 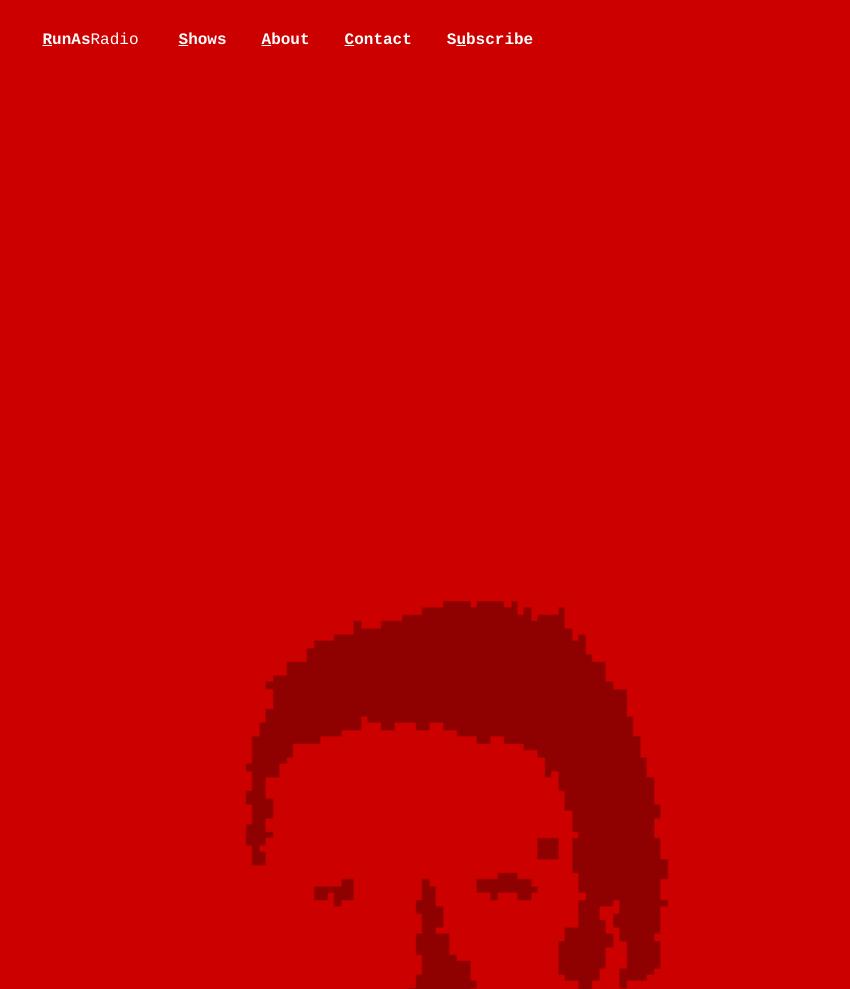 I want to click on 'R', so click(x=40, y=40).